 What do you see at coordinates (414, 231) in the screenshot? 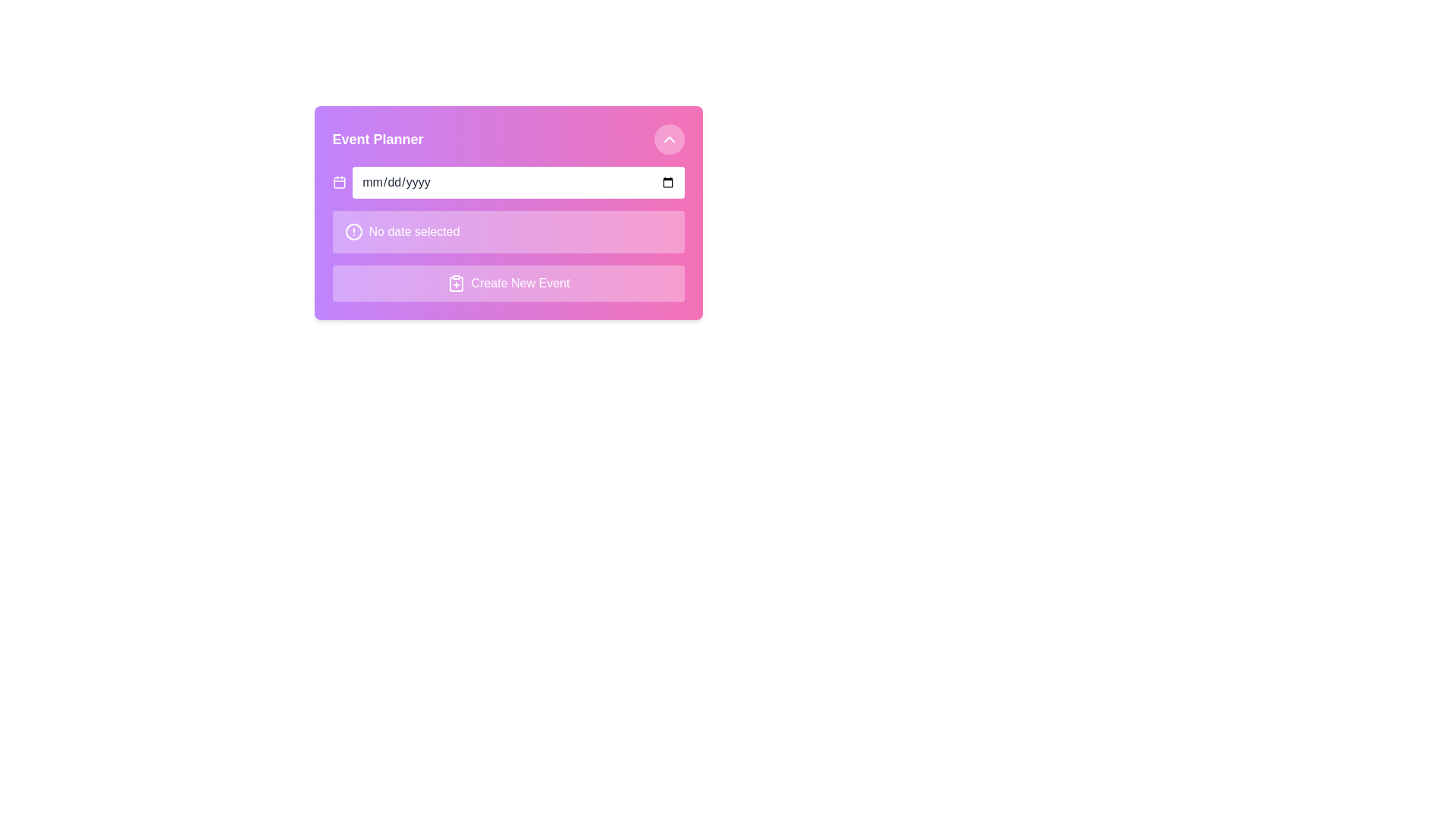
I see `the text label that displays 'No date selected', which is prominently bold and centered within a slightly transparent white rounded background` at bounding box center [414, 231].